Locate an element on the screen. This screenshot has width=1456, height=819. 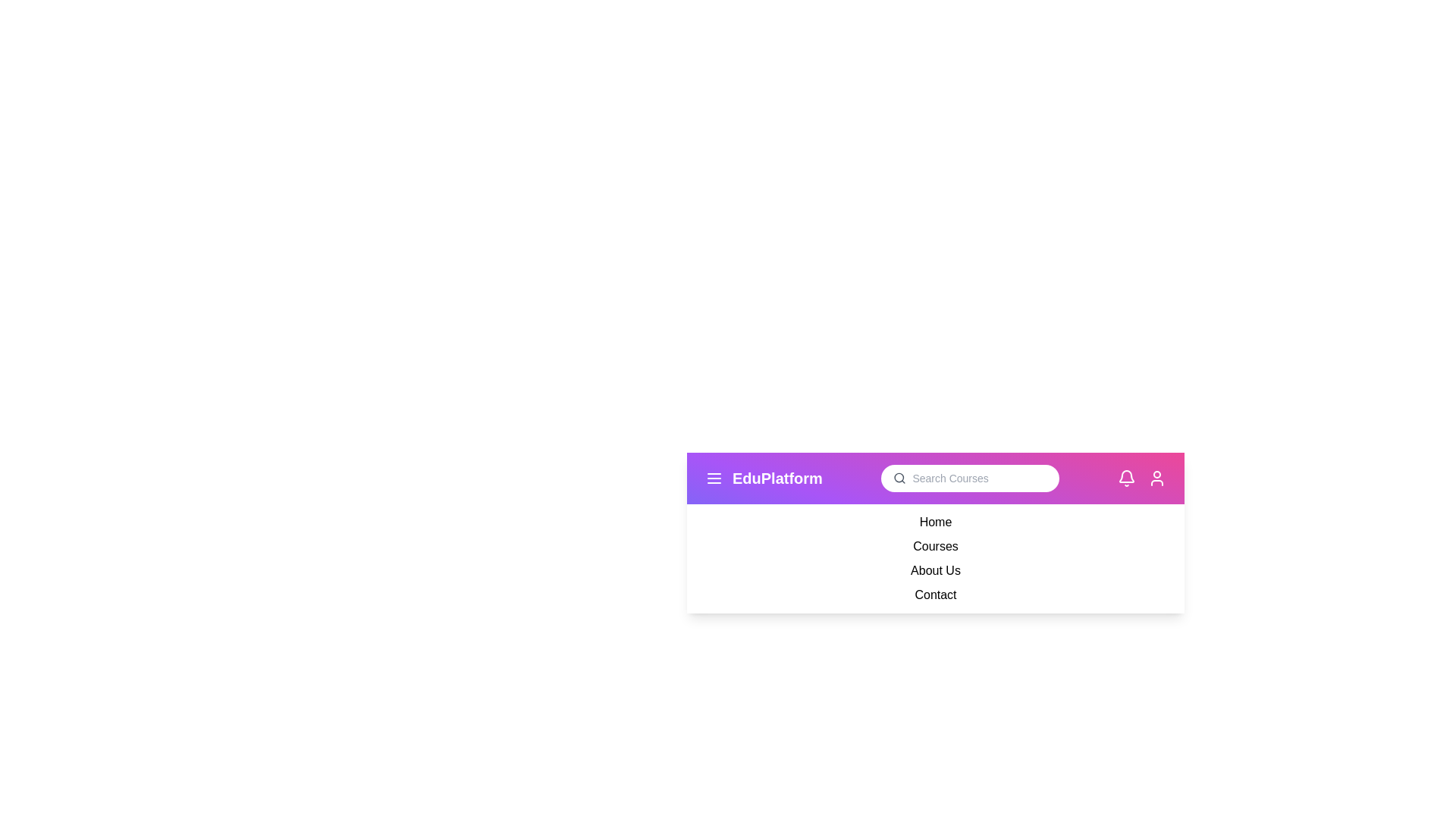
the dropdown menu item Home is located at coordinates (934, 522).